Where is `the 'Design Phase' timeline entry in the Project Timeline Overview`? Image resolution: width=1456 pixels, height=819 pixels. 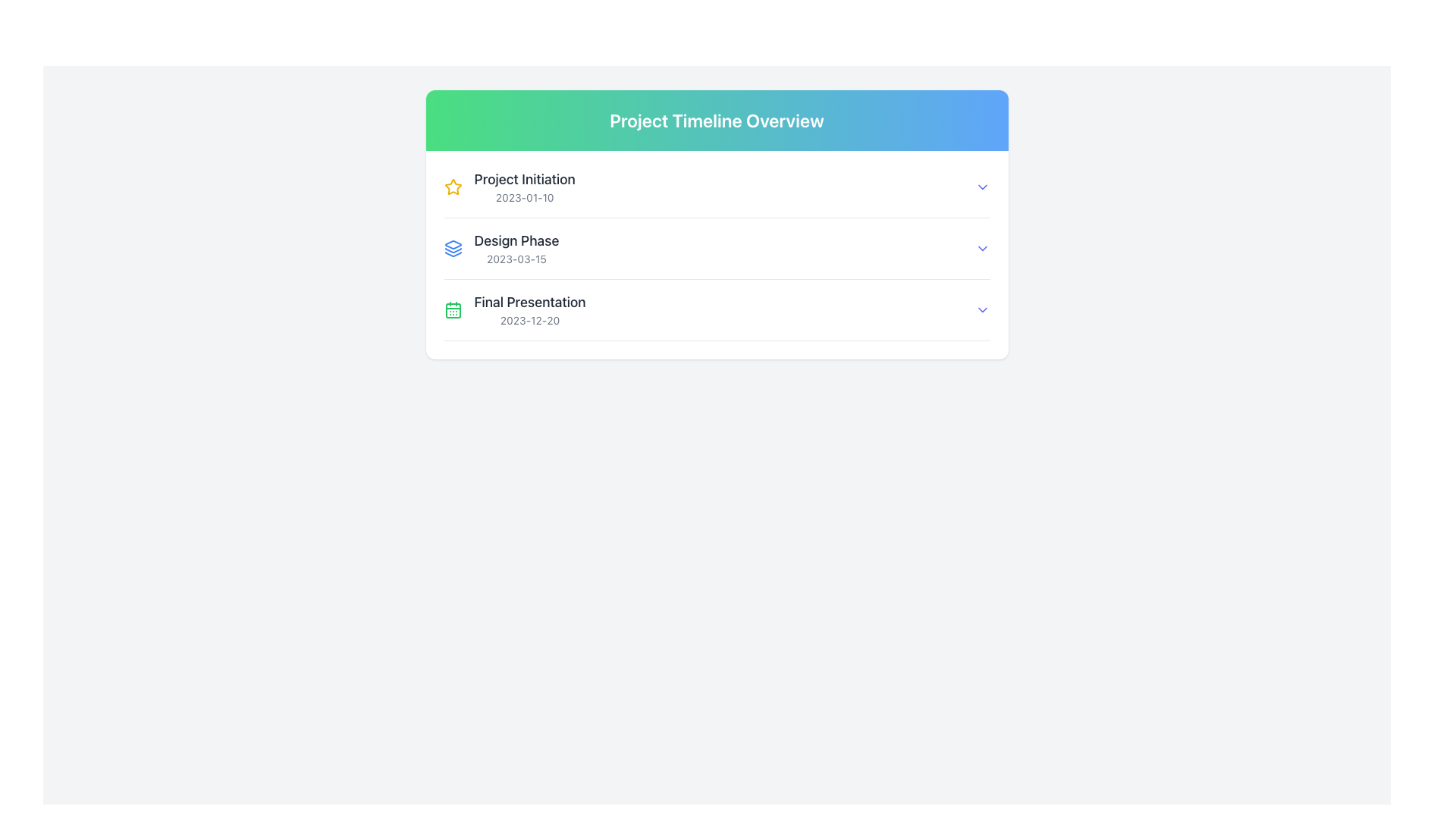
the 'Design Phase' timeline entry in the Project Timeline Overview is located at coordinates (716, 247).